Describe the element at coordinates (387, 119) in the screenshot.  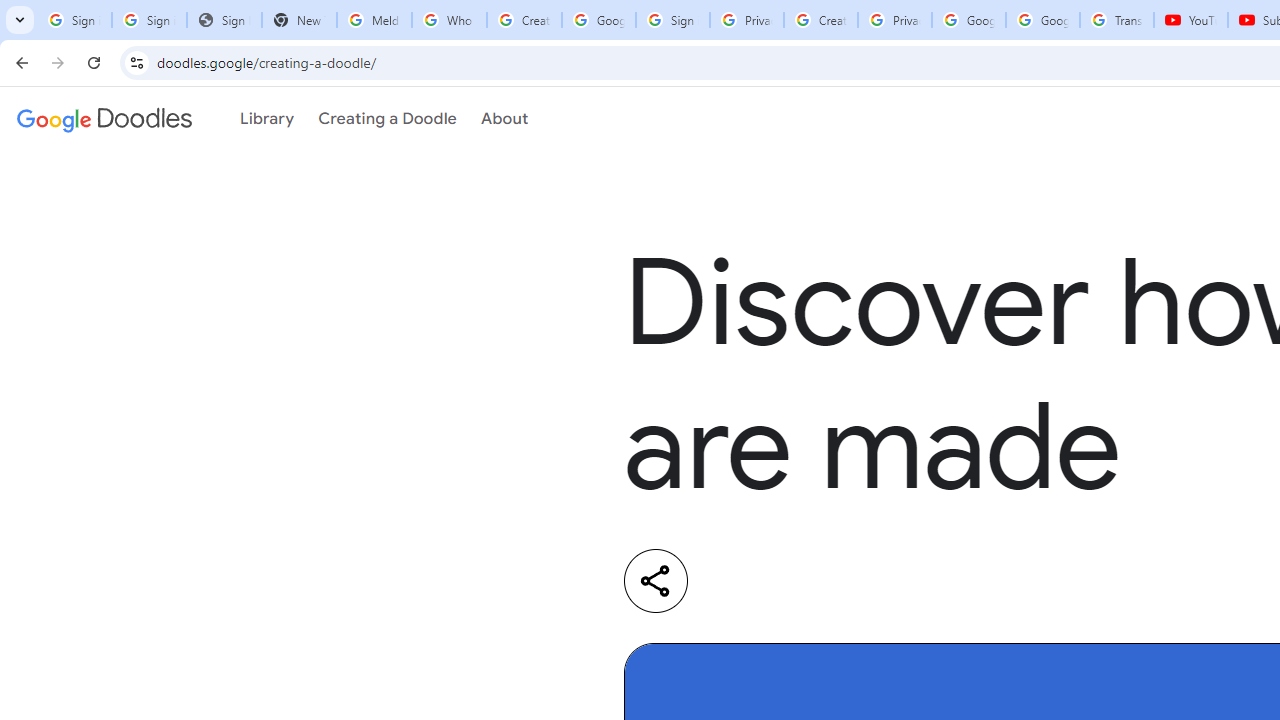
I see `'Creating a Doodle'` at that location.